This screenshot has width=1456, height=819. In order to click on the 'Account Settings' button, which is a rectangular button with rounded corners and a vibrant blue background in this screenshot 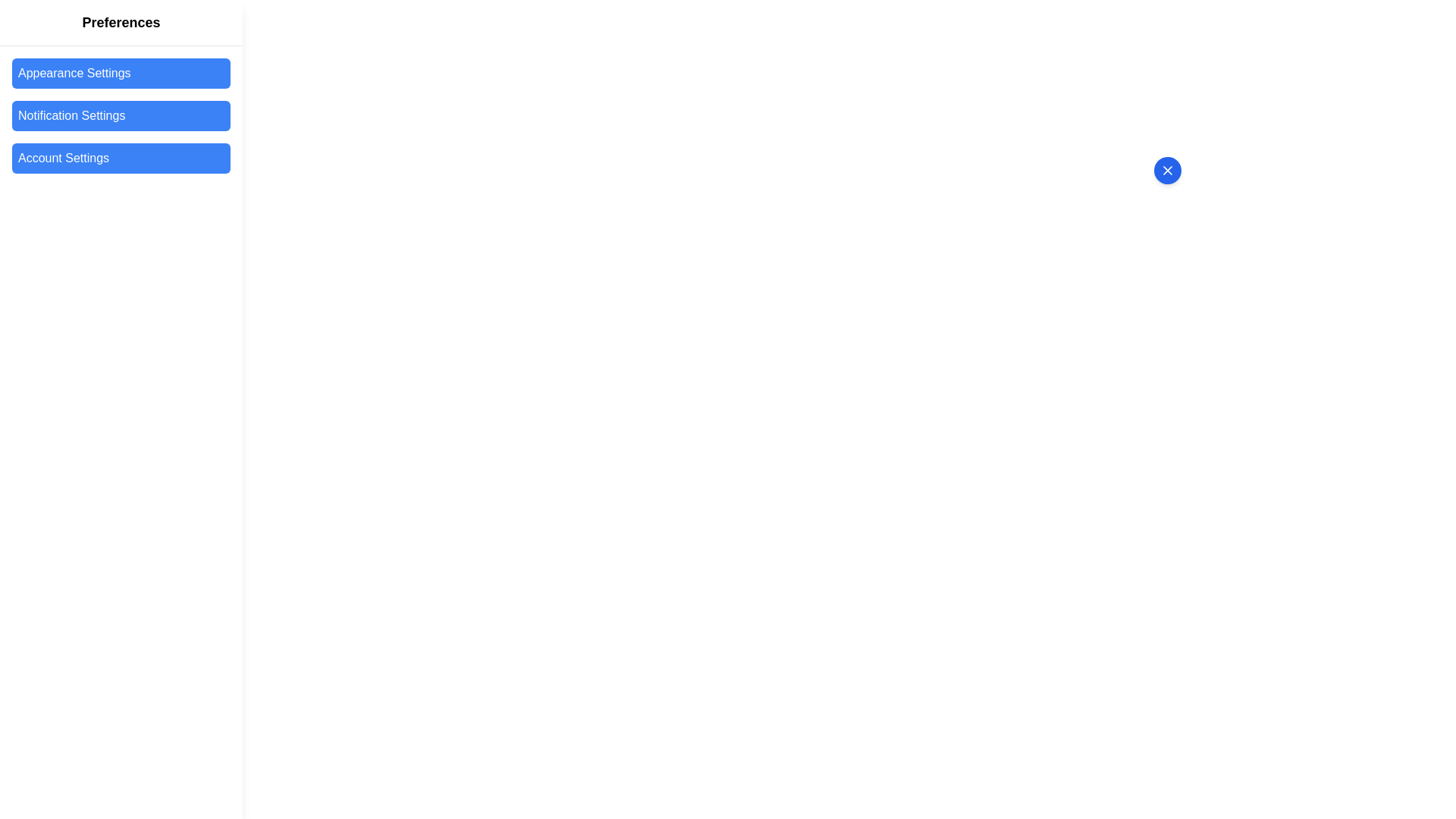, I will do `click(120, 158)`.